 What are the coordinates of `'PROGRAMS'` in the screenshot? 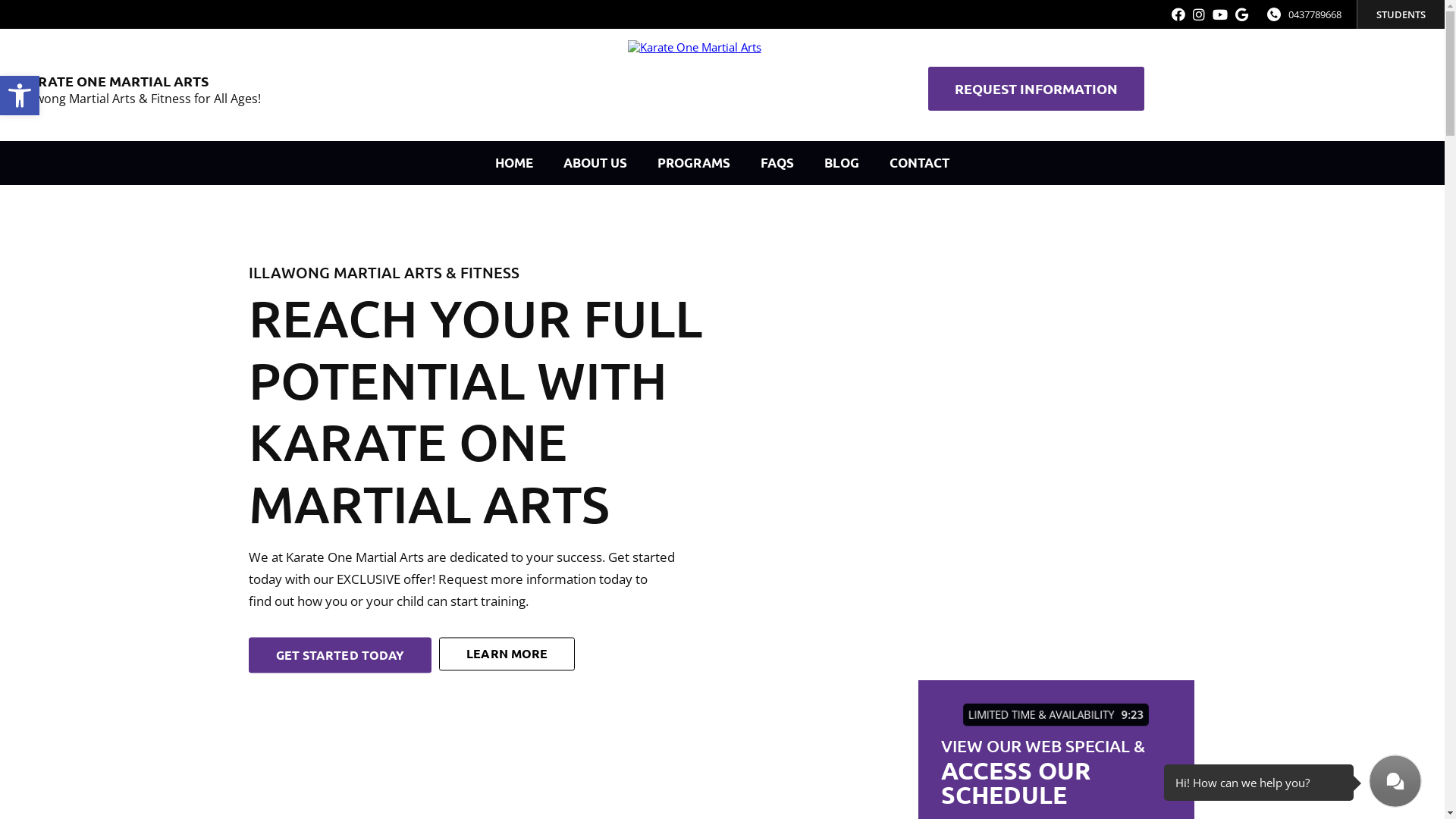 It's located at (642, 163).